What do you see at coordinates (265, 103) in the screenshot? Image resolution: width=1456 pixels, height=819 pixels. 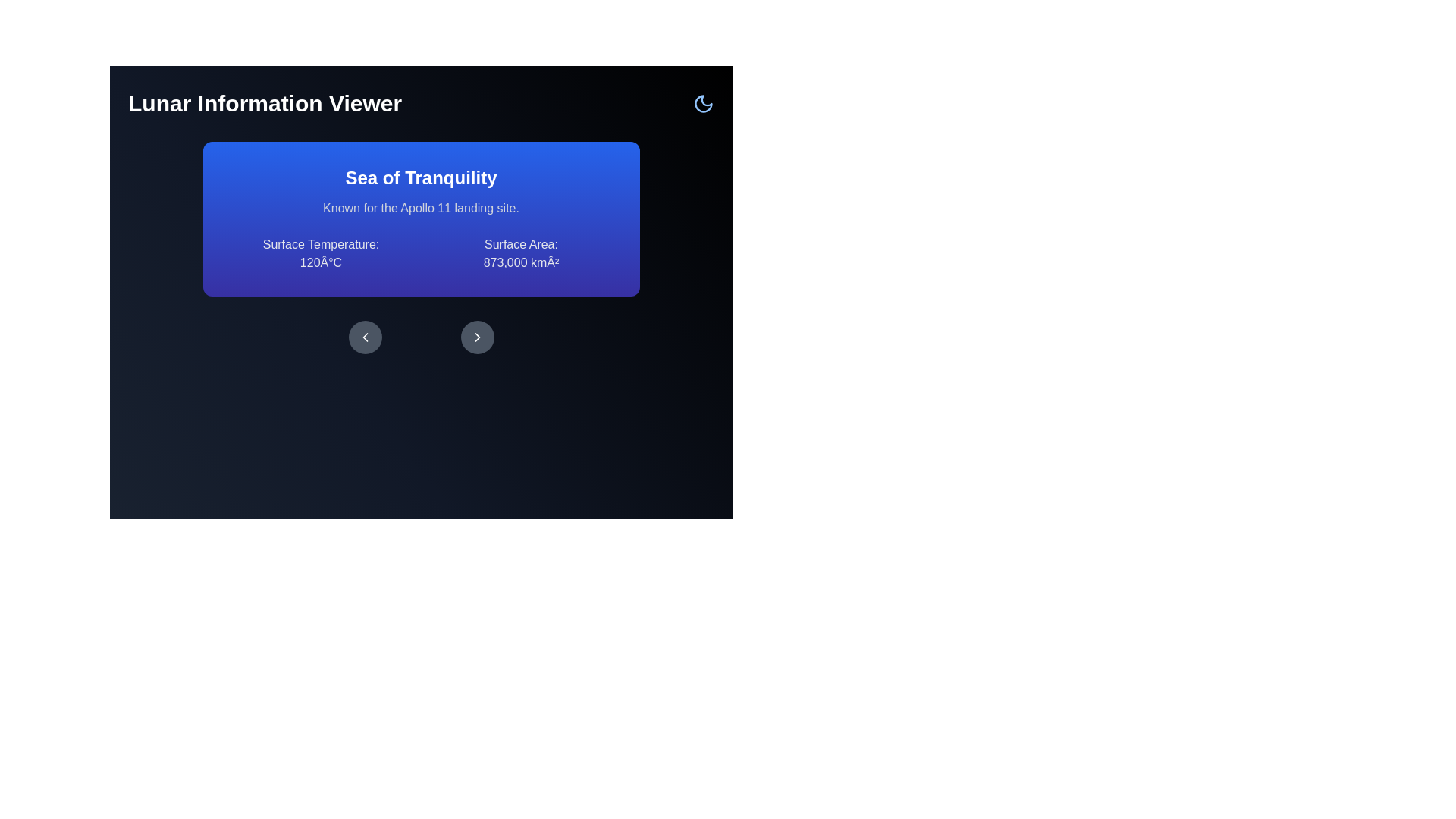 I see `text from the text heading labeled 'Lunar Information Viewer', which is styled in bold, large white font on a dark background` at bounding box center [265, 103].